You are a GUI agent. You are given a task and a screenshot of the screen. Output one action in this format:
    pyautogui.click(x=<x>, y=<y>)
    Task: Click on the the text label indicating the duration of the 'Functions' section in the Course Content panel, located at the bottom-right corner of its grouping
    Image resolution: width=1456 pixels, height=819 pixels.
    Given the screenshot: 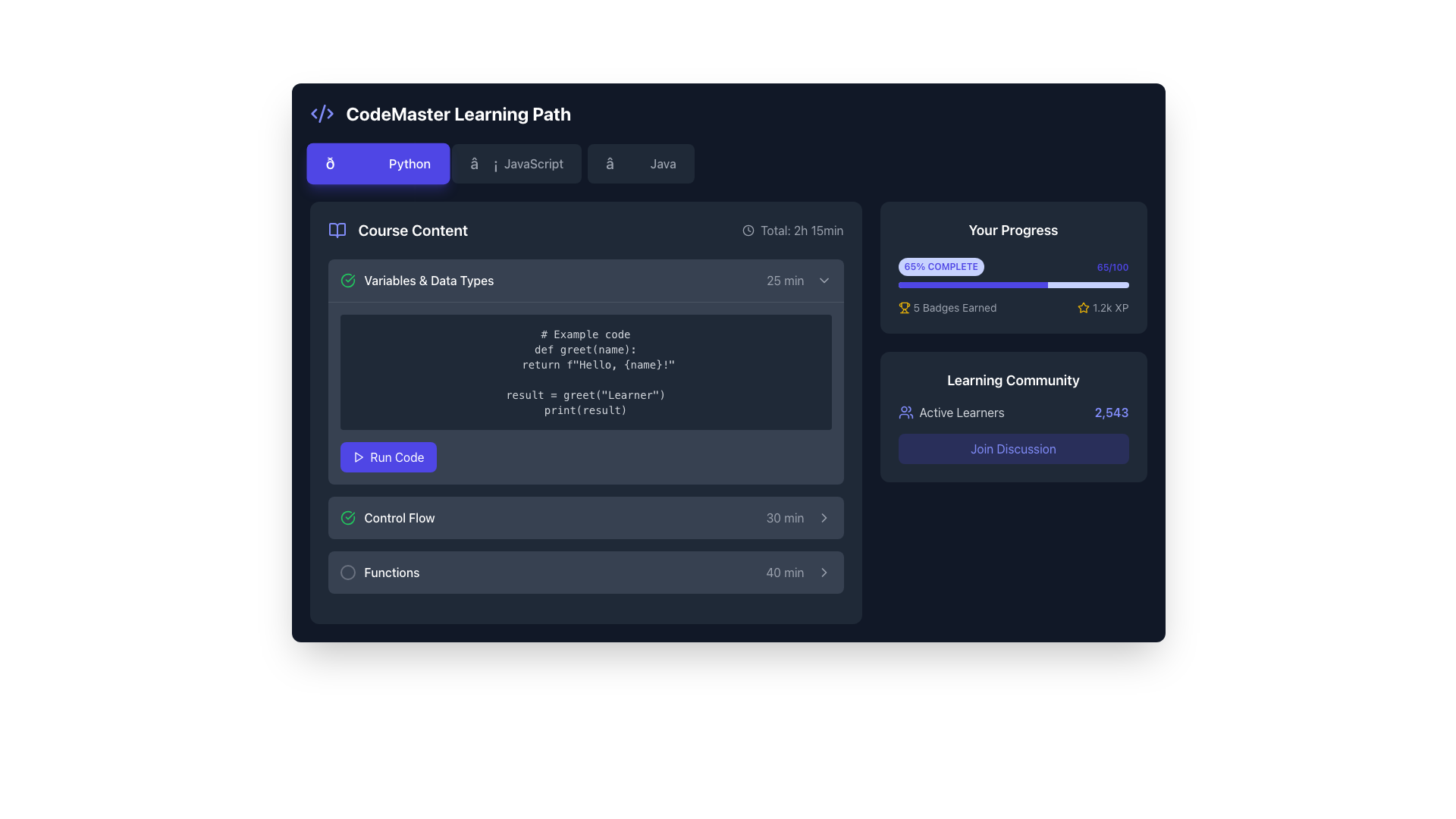 What is the action you would take?
    pyautogui.click(x=785, y=573)
    